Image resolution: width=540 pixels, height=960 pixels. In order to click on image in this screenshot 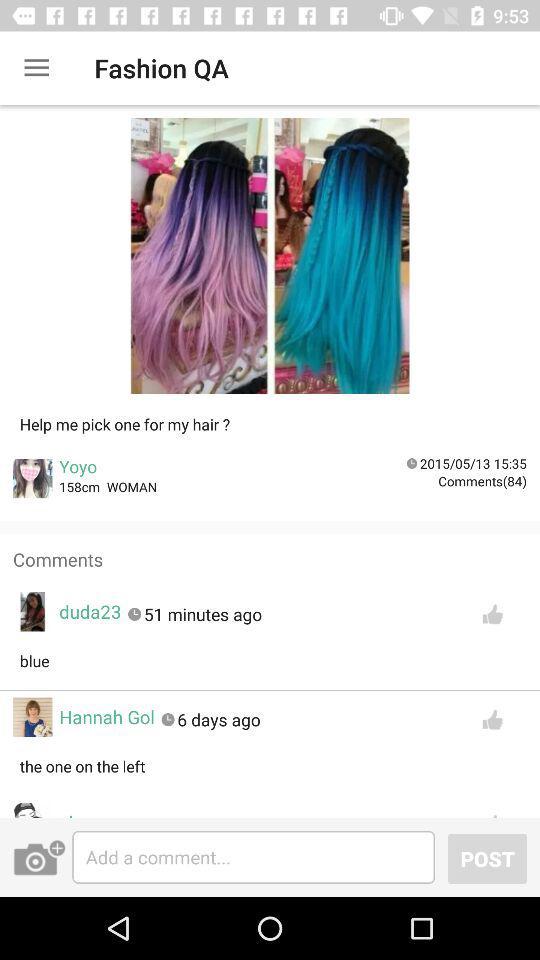, I will do `click(270, 261)`.